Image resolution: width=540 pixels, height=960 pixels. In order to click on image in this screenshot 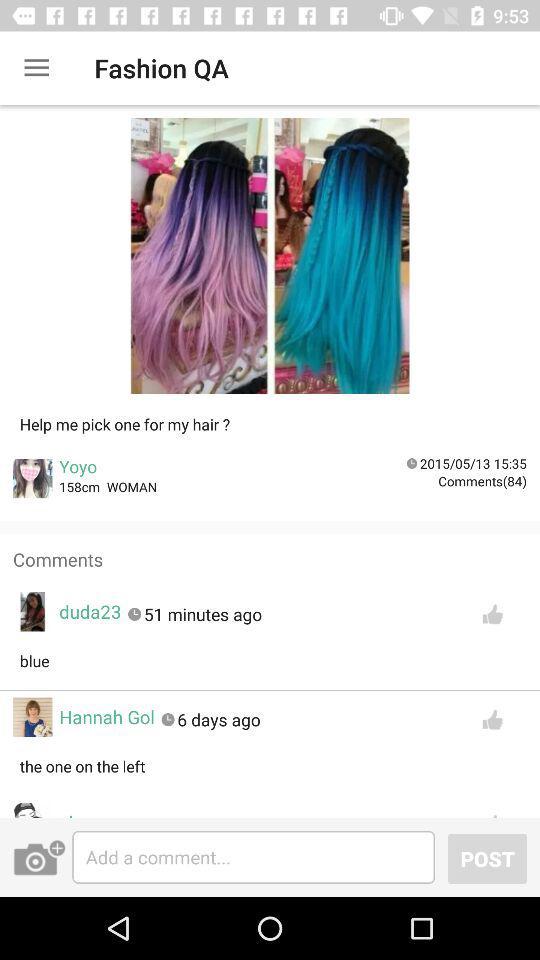, I will do `click(270, 261)`.